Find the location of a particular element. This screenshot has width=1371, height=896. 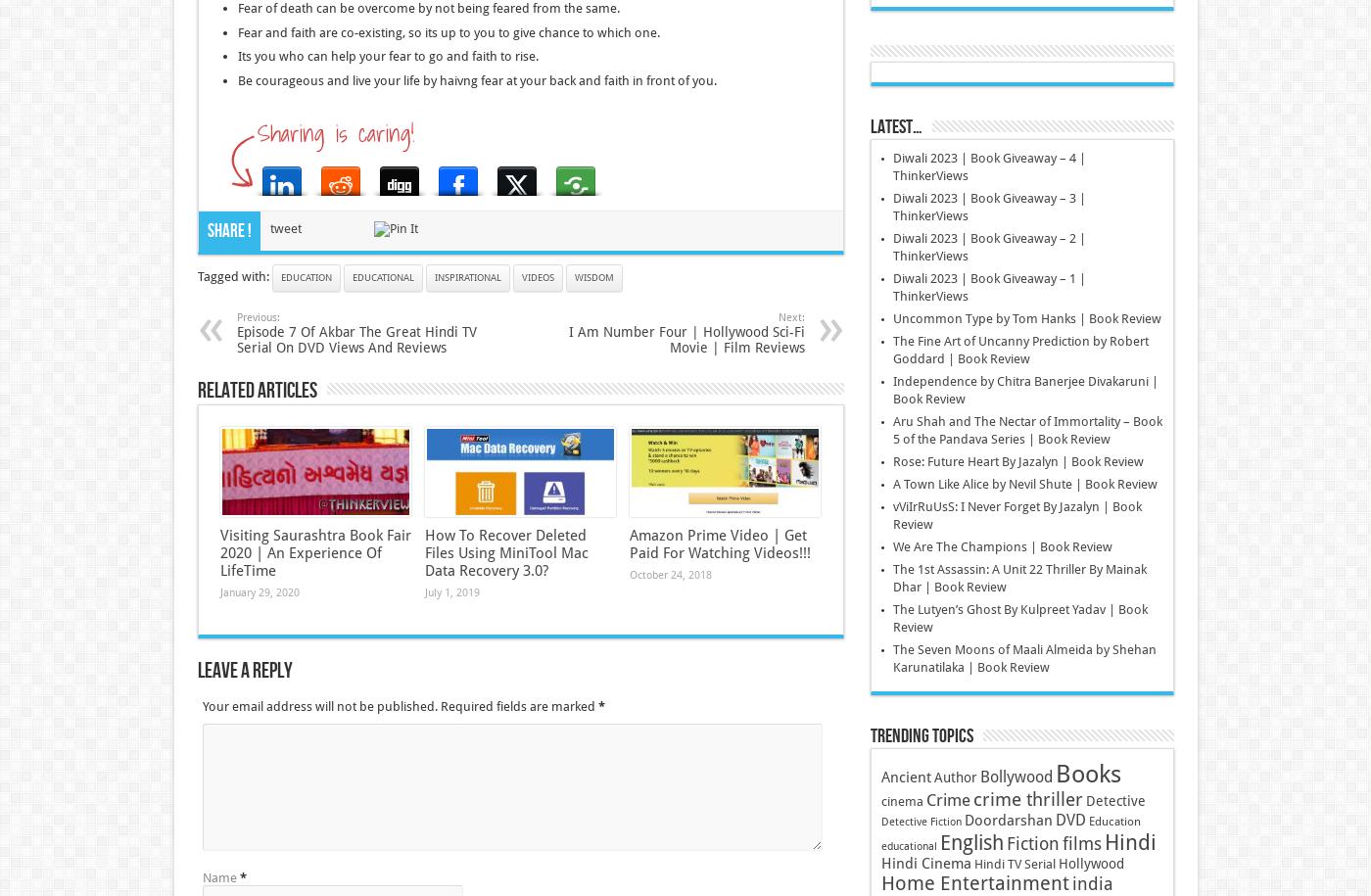

'Diwali 2023 | Book Giveaway – 3 | ThinkerViews' is located at coordinates (891, 207).